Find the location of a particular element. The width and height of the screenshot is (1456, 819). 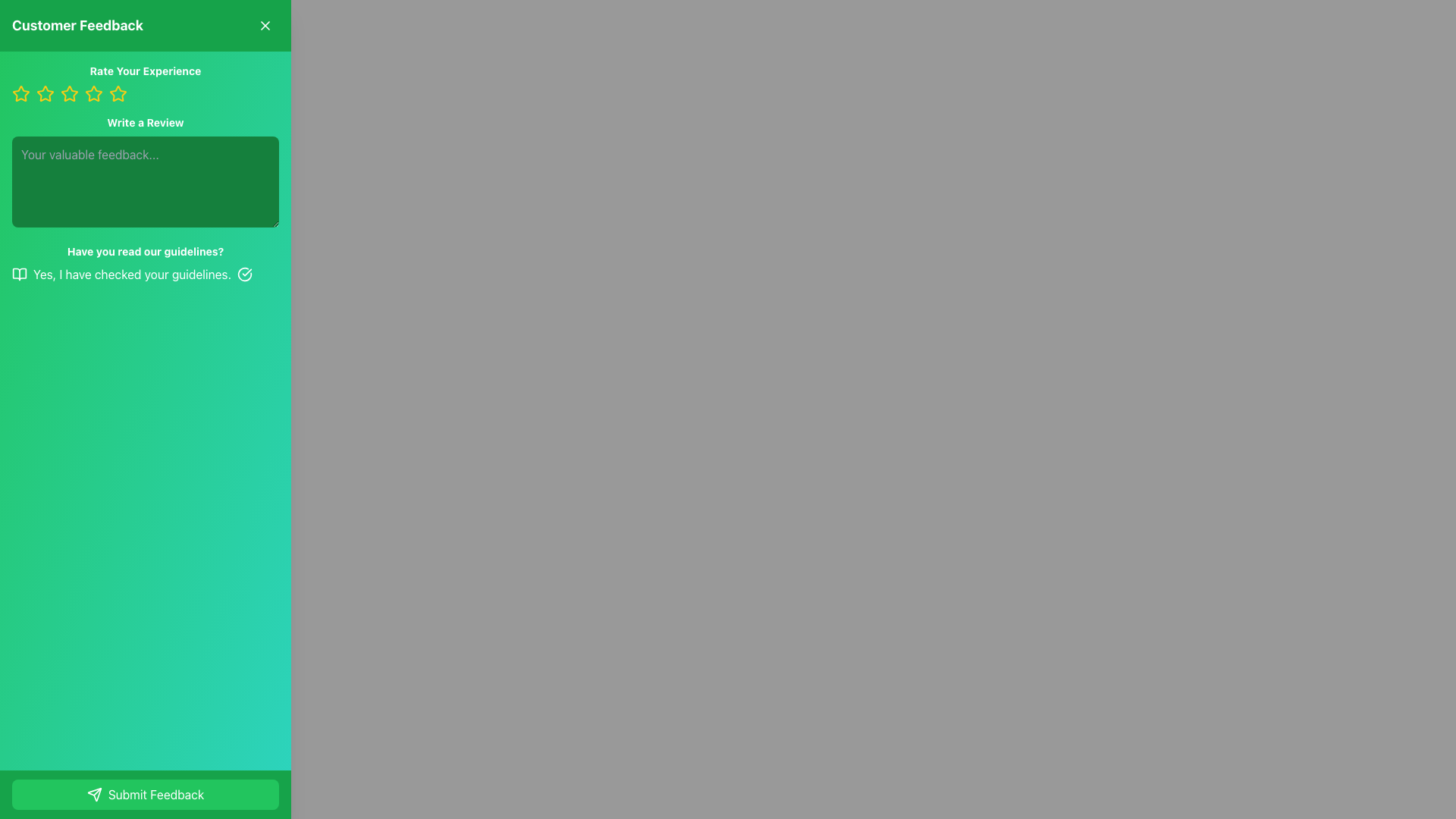

the open book icon in the feedback panel, located to the right of the checkbox text 'Yes, I have checked your guidelines.' is located at coordinates (19, 275).